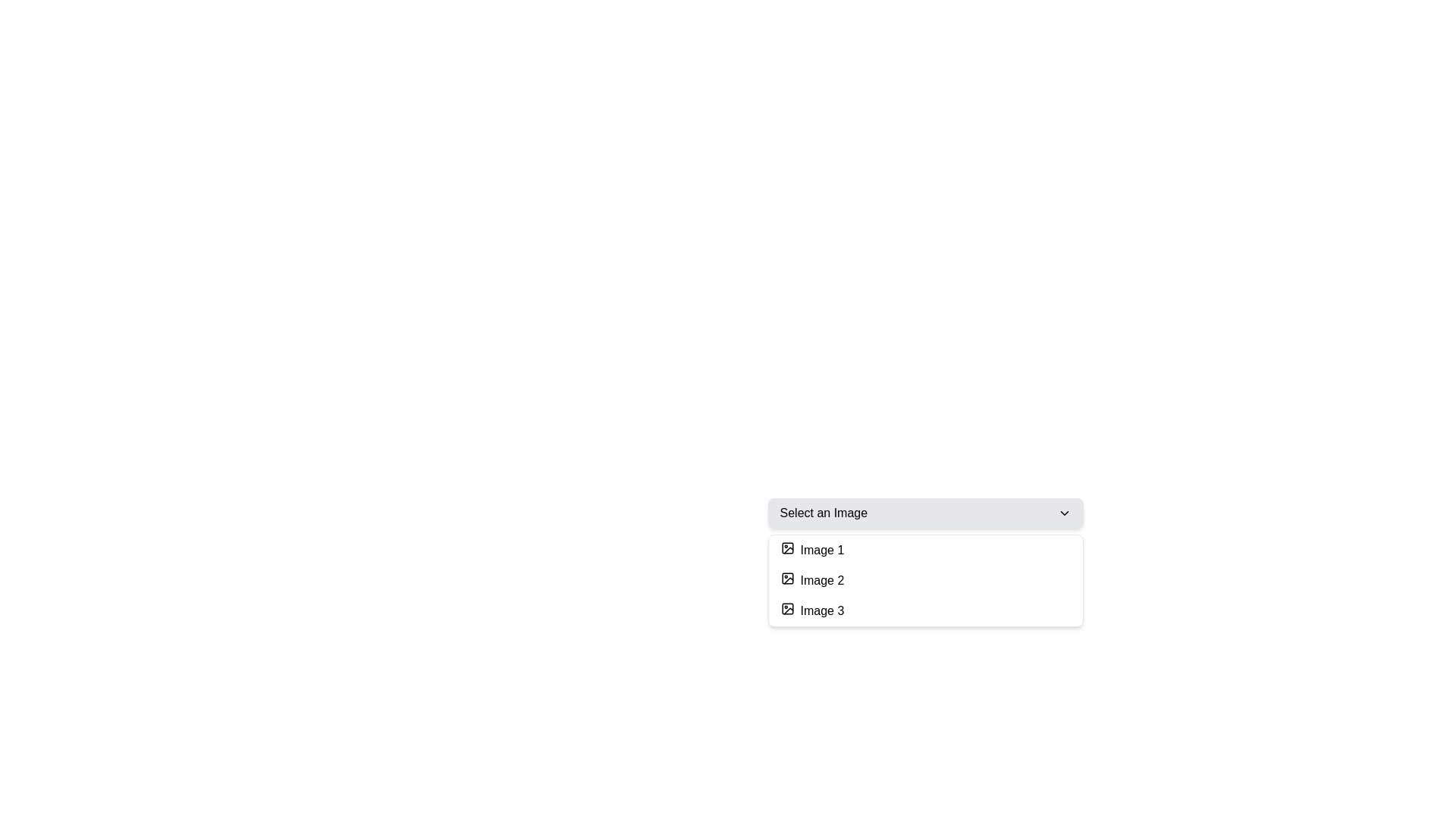  Describe the element at coordinates (924, 550) in the screenshot. I see `the first menu item labeled 'Image 1' in the dropdown list` at that location.